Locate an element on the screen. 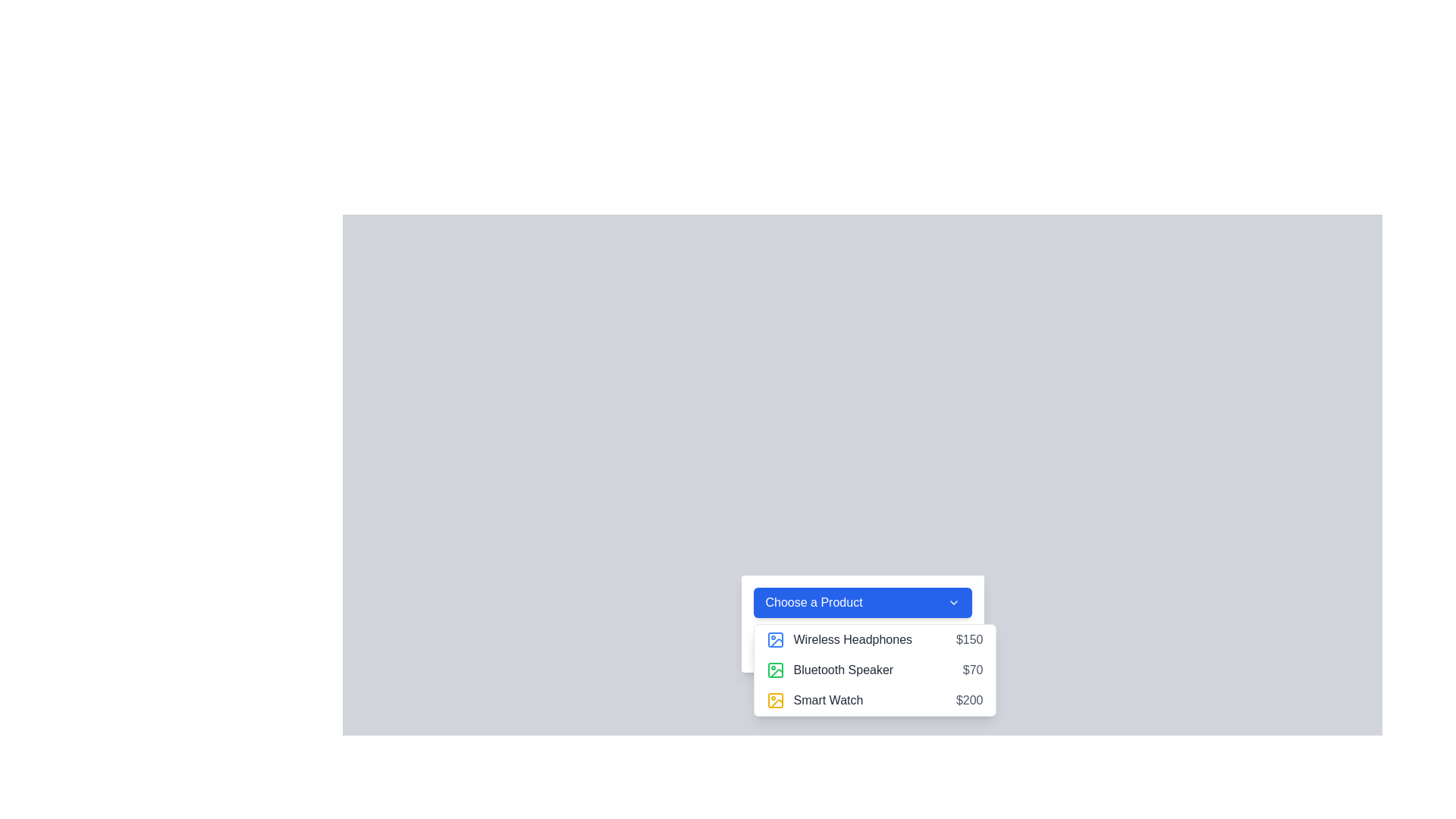 This screenshot has height=819, width=1456. the static text label displaying the price information for the 'Wireless Headphones' product, located at the far right of the item listing is located at coordinates (968, 640).